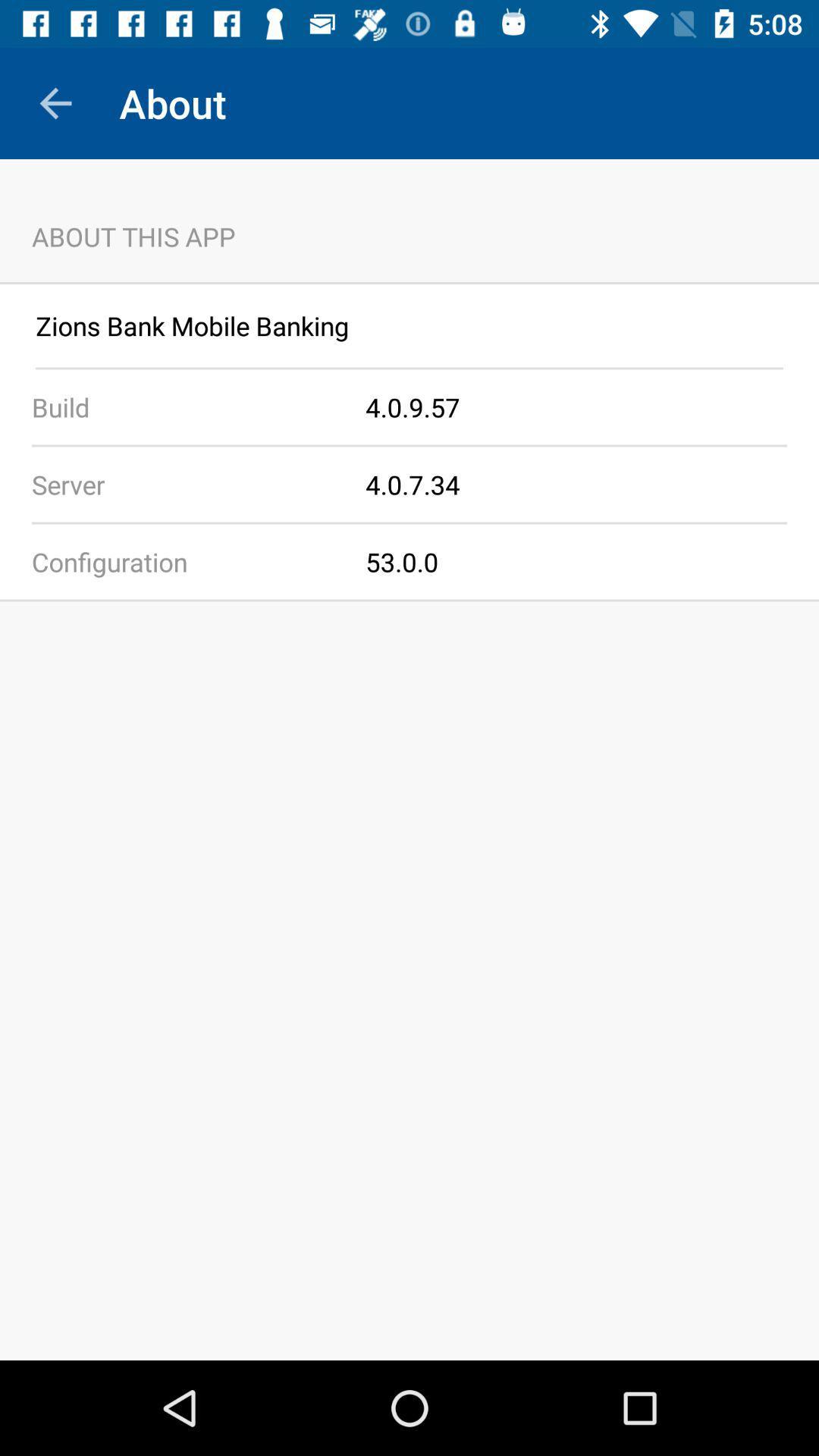 This screenshot has width=819, height=1456. Describe the element at coordinates (409, 283) in the screenshot. I see `icon above zions bank mobile` at that location.